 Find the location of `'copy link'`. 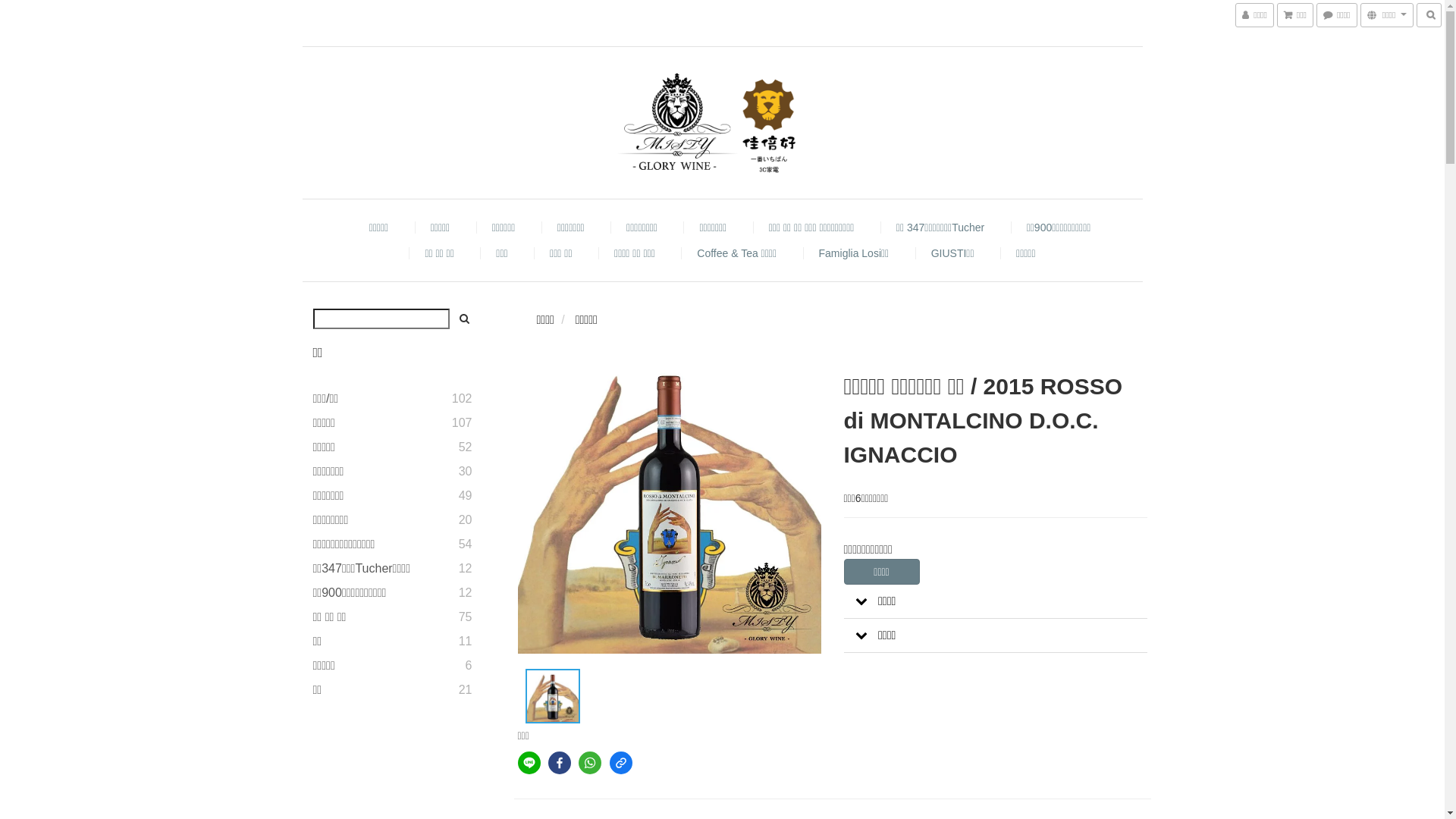

'copy link' is located at coordinates (621, 763).